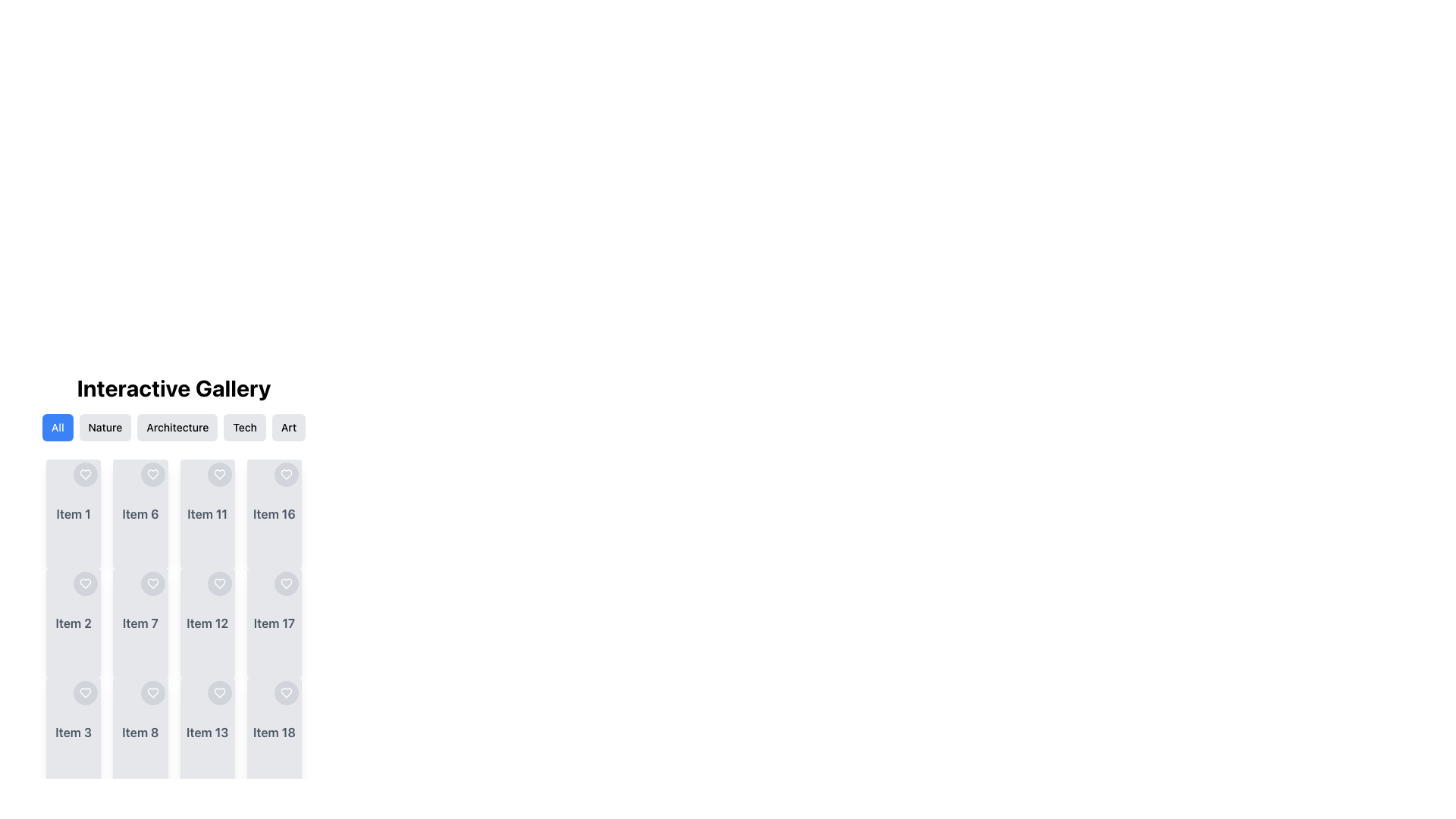 This screenshot has height=819, width=1456. What do you see at coordinates (218, 583) in the screenshot?
I see `the 'favorite' button for Item 12 in the gallery to navigate` at bounding box center [218, 583].